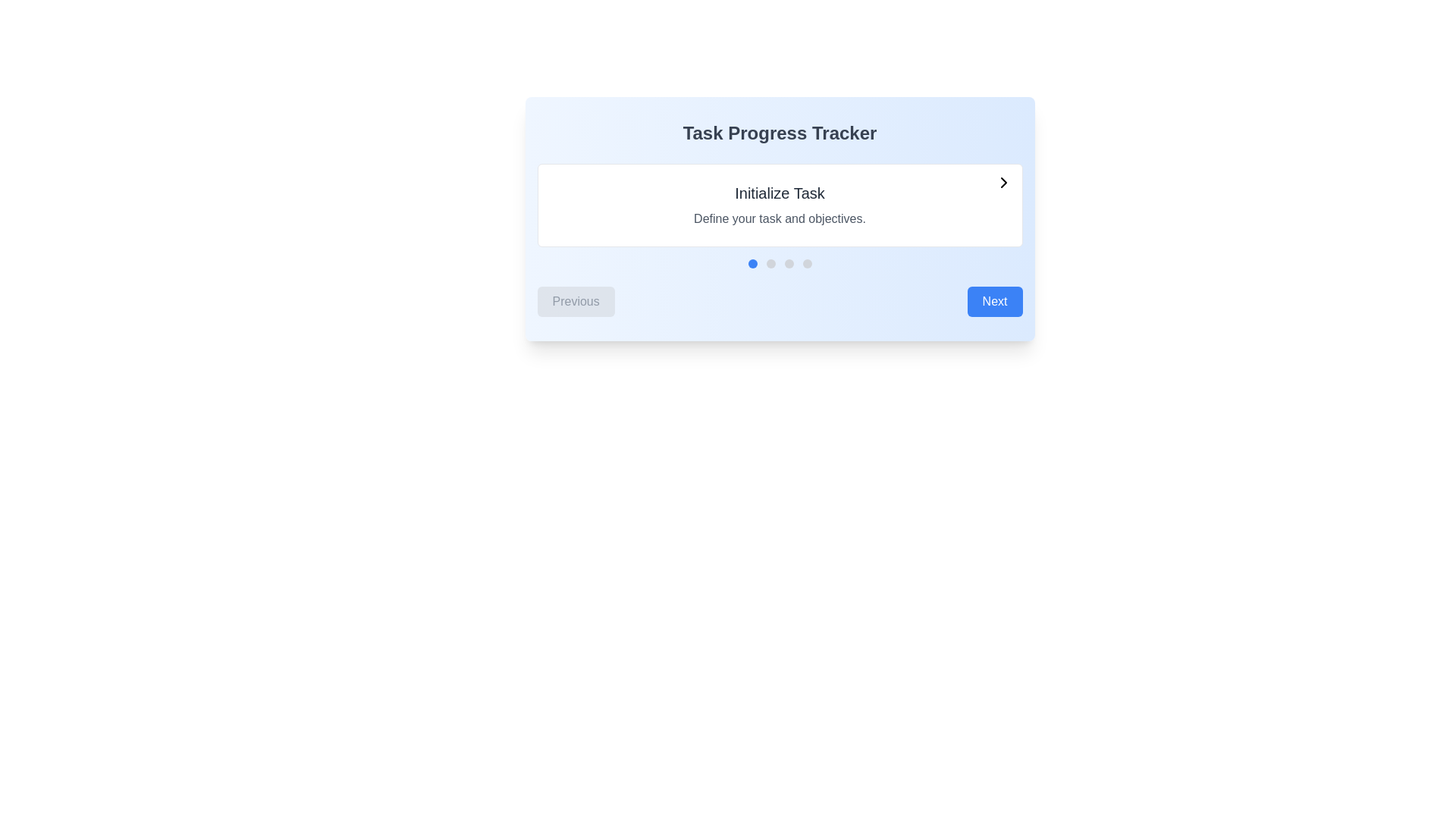  Describe the element at coordinates (806, 262) in the screenshot. I see `the state of the fourth progress indicator dot, which represents the current or clickable step in the progress tracker sequence` at that location.